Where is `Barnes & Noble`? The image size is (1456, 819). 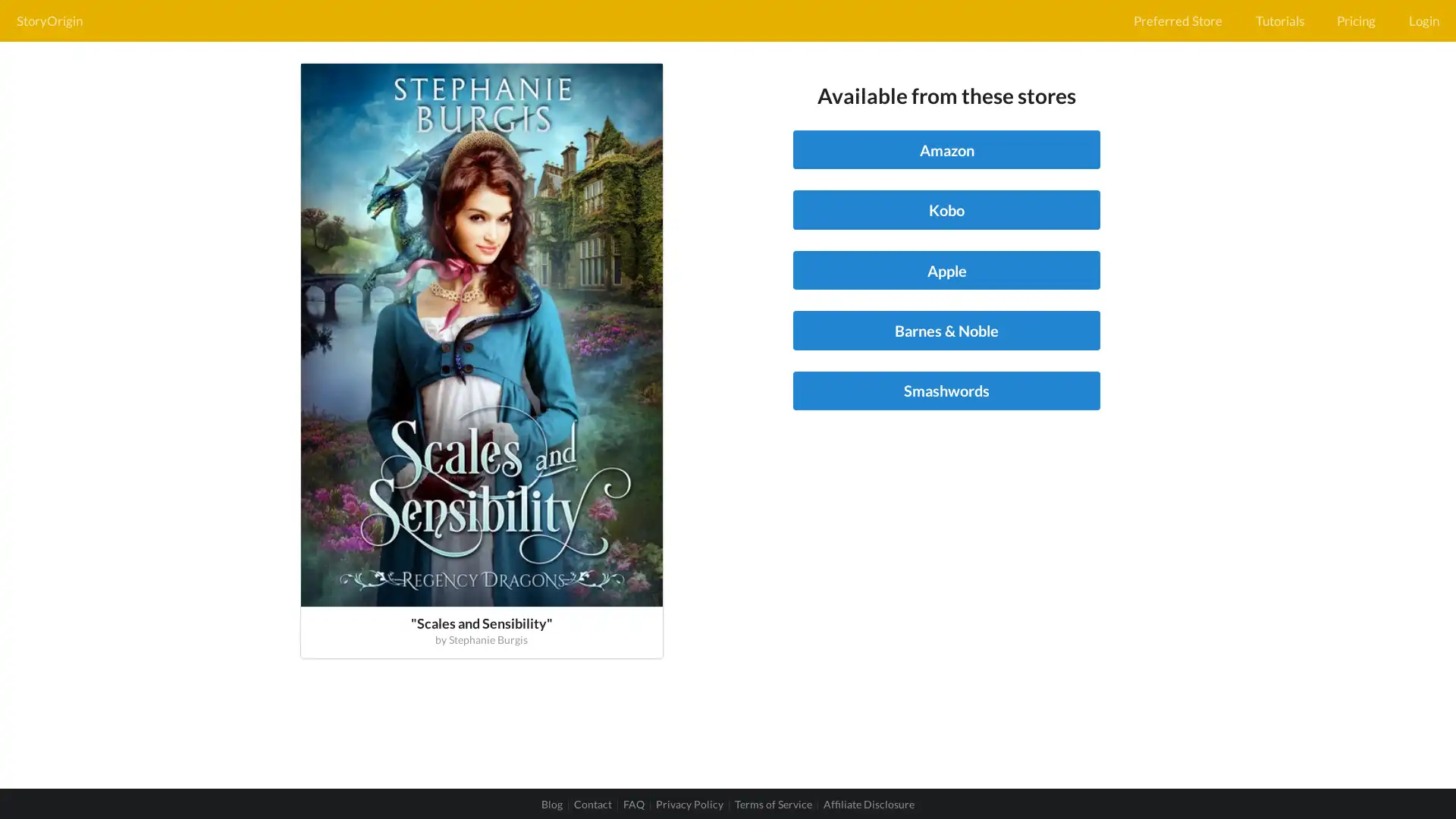 Barnes & Noble is located at coordinates (946, 329).